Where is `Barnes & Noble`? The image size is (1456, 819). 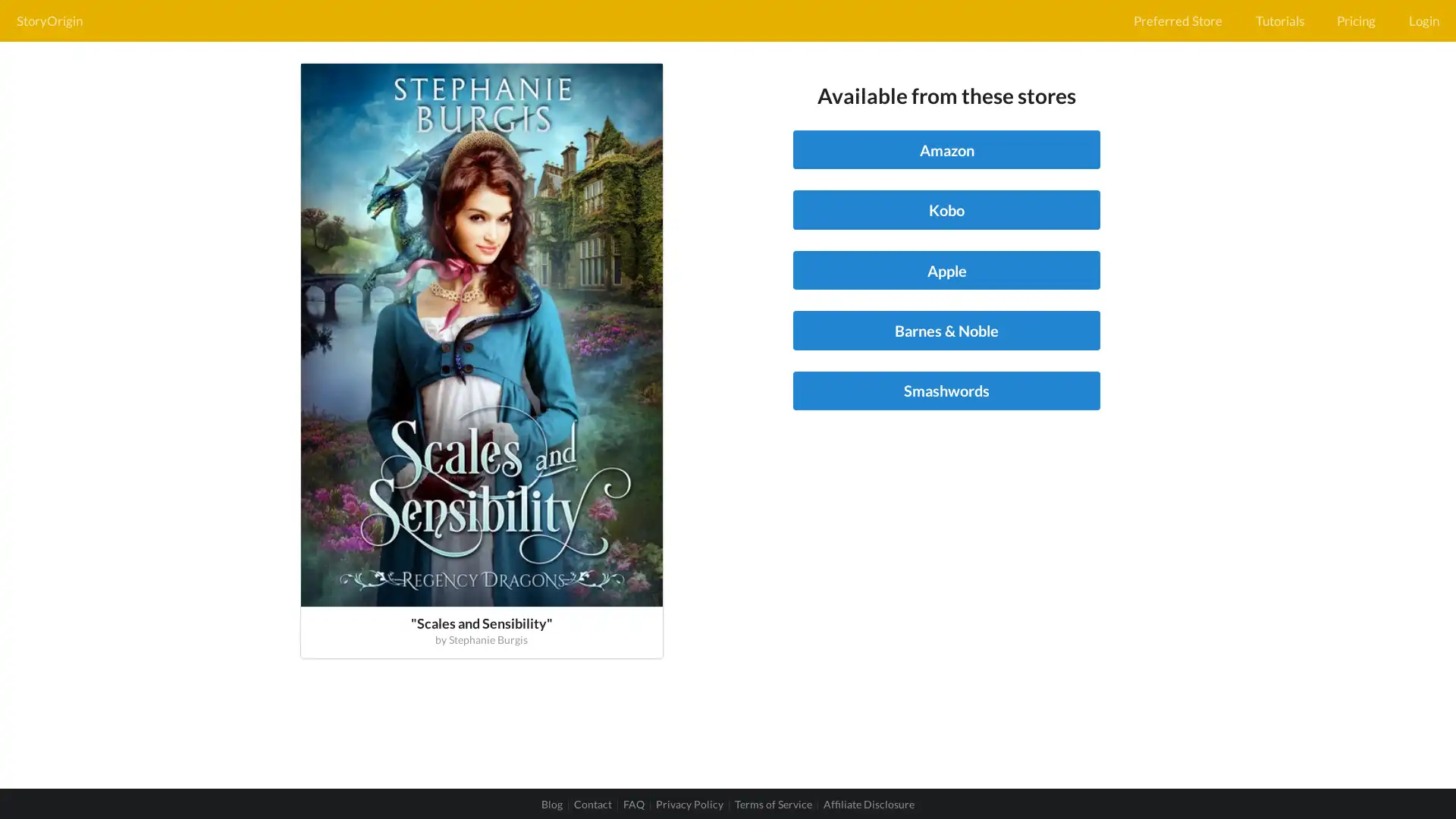 Barnes & Noble is located at coordinates (946, 329).